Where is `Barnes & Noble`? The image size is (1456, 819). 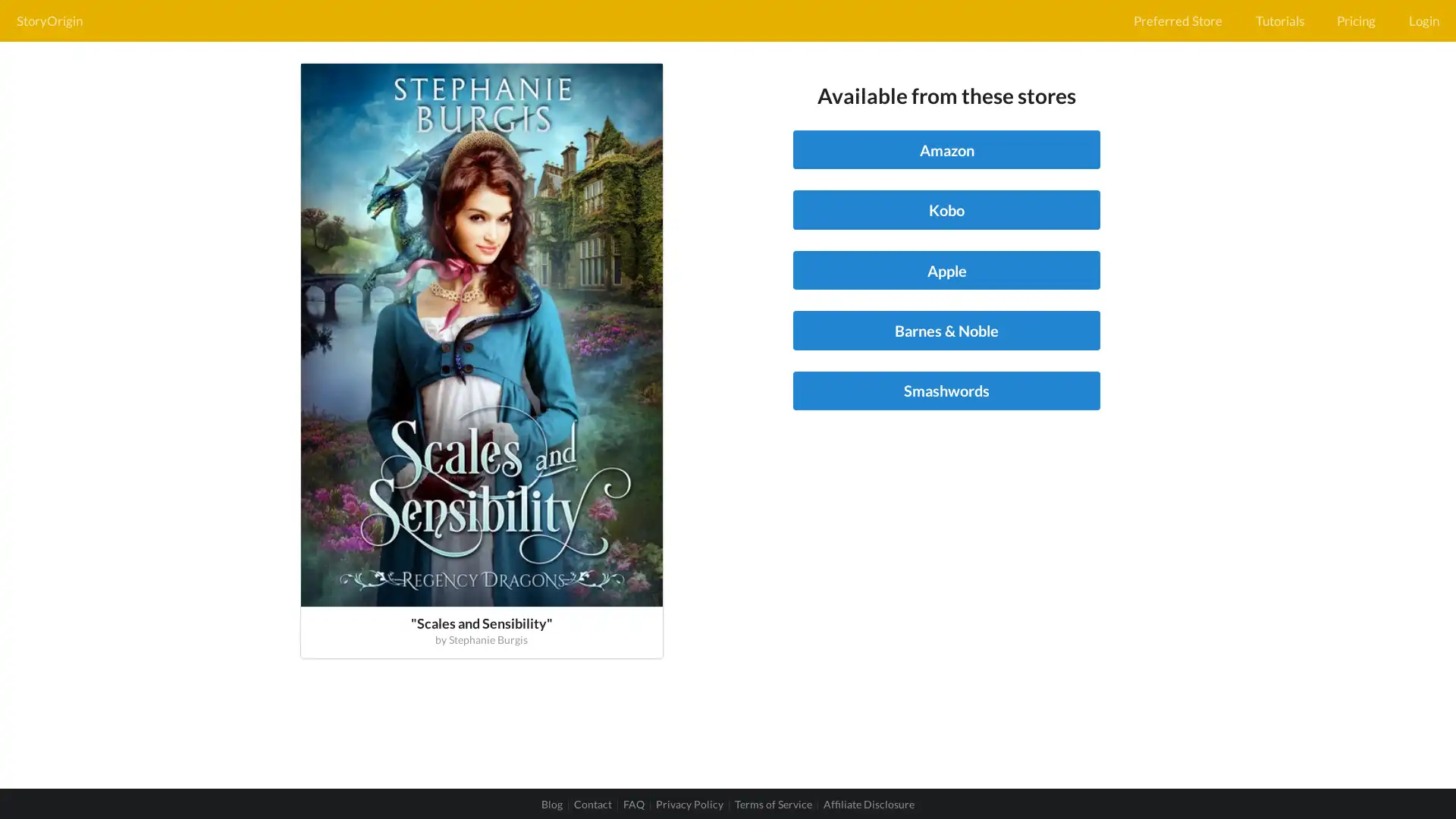 Barnes & Noble is located at coordinates (946, 329).